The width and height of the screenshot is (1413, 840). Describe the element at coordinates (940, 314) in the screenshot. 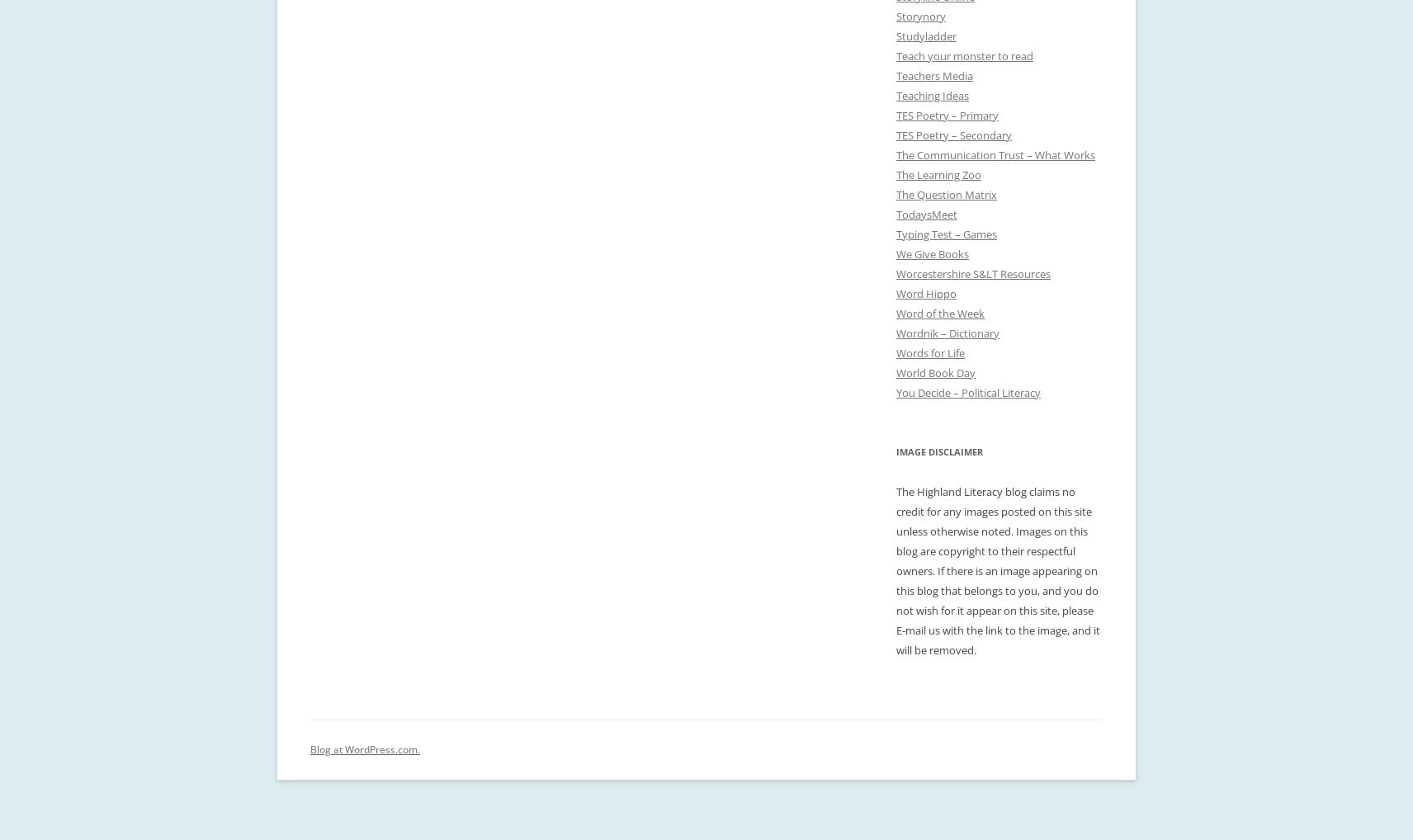

I see `'Word of the Week'` at that location.